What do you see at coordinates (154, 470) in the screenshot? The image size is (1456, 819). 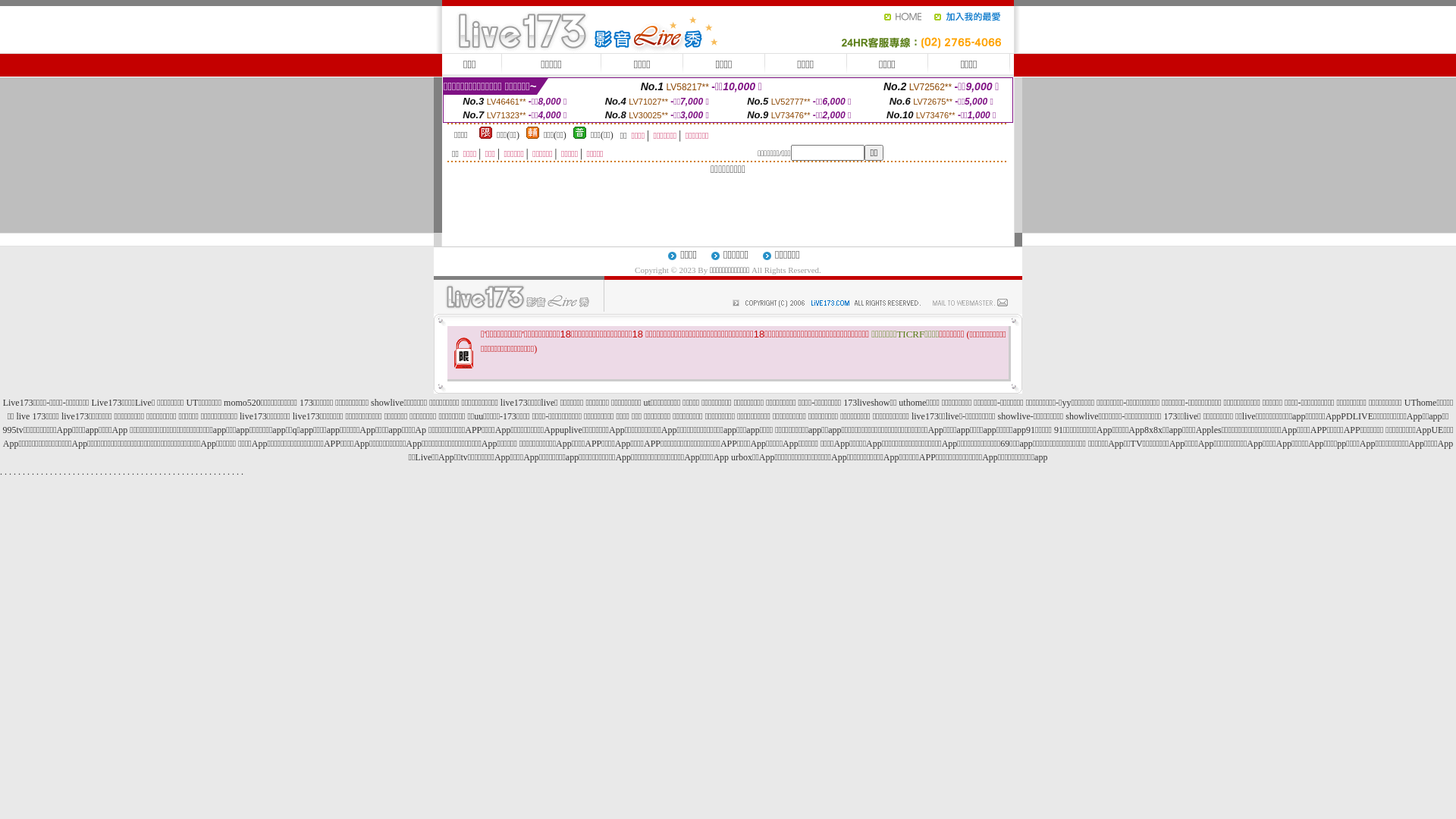 I see `'.'` at bounding box center [154, 470].